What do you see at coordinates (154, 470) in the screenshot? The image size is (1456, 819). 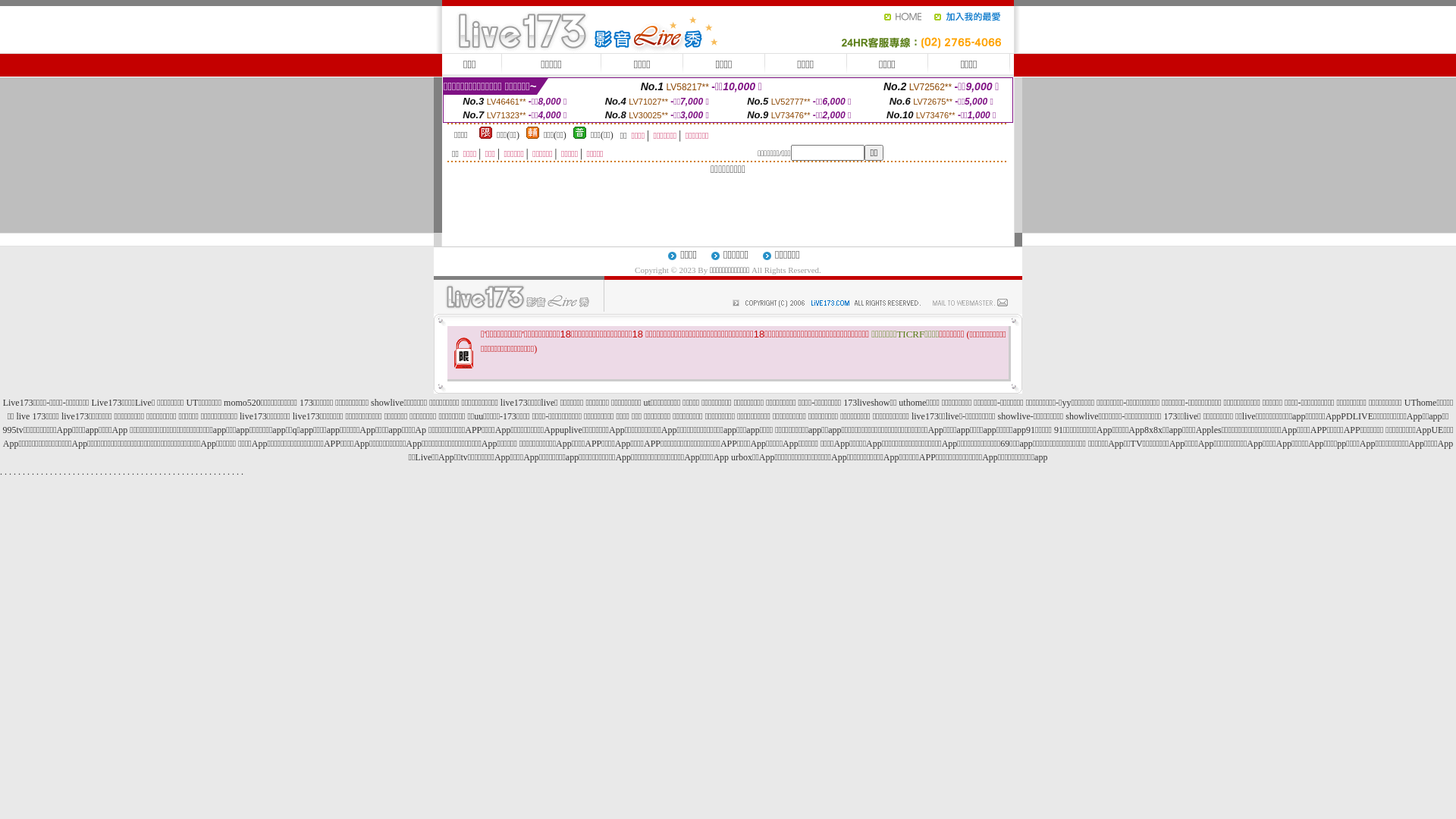 I see `'.'` at bounding box center [154, 470].